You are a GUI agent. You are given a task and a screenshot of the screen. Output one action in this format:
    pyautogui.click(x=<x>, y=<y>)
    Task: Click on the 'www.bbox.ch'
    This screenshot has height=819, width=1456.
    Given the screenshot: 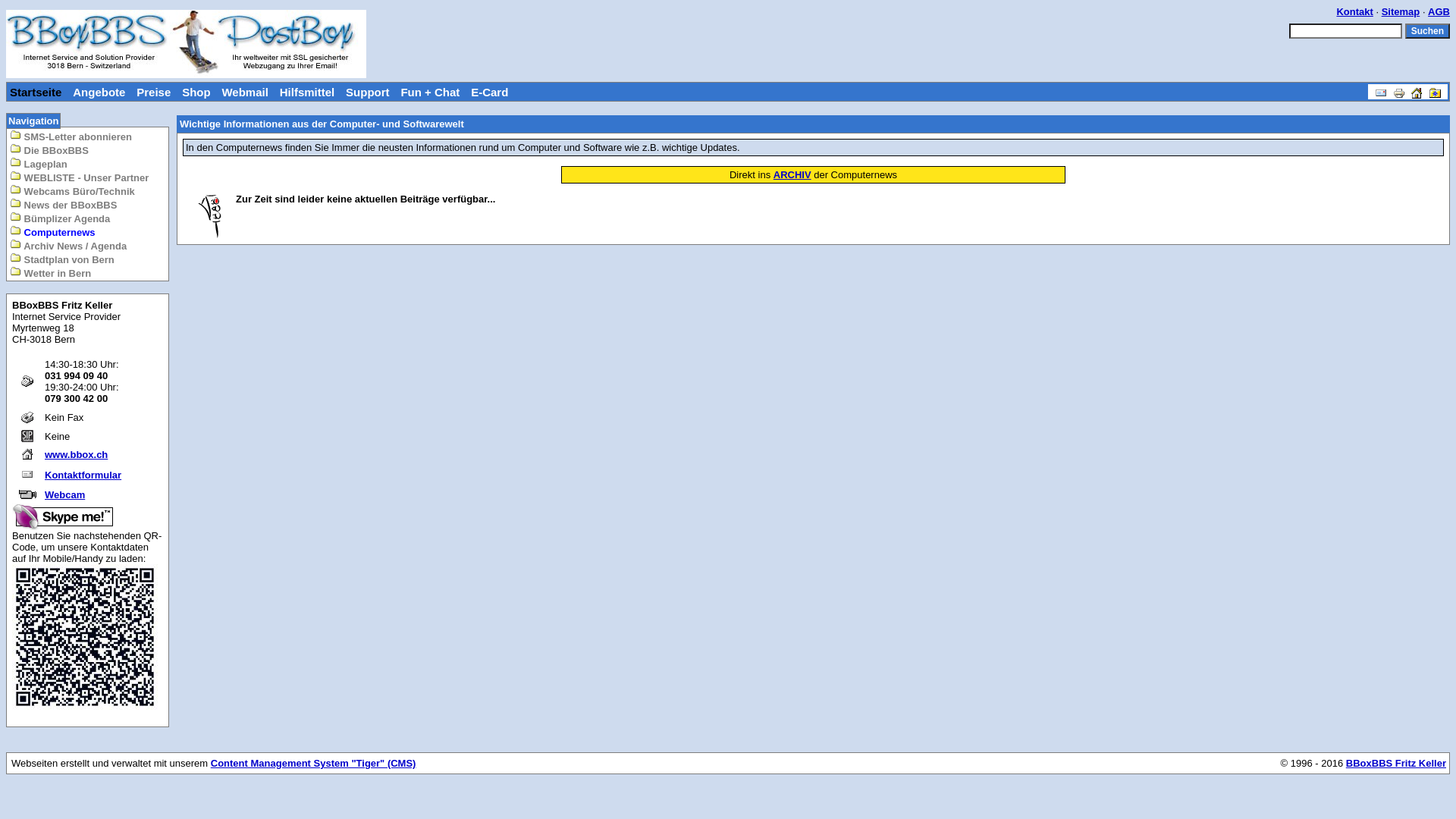 What is the action you would take?
    pyautogui.click(x=75, y=453)
    